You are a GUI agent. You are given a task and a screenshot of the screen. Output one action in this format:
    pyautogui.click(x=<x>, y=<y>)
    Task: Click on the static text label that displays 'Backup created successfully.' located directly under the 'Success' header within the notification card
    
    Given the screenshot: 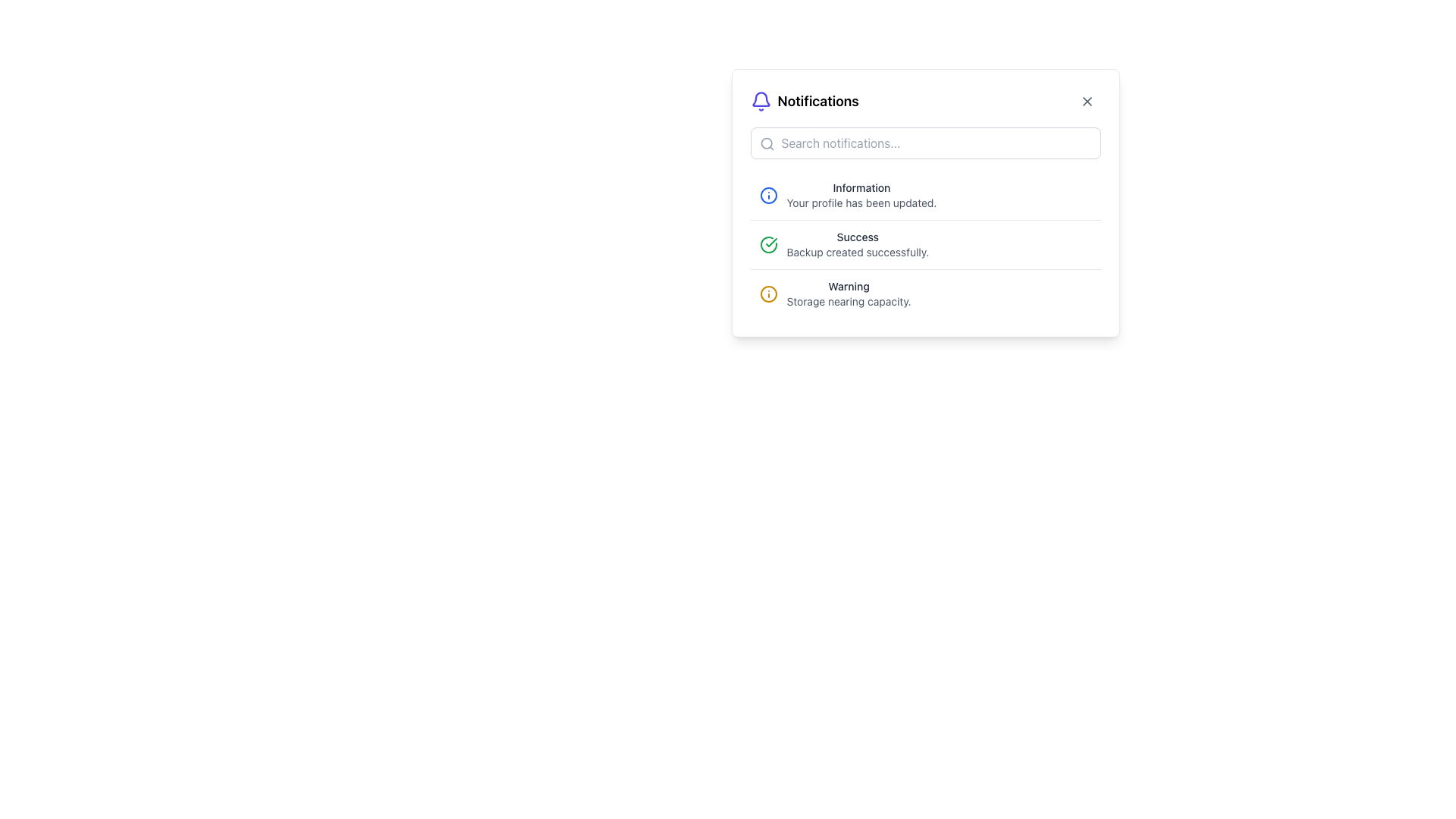 What is the action you would take?
    pyautogui.click(x=858, y=251)
    